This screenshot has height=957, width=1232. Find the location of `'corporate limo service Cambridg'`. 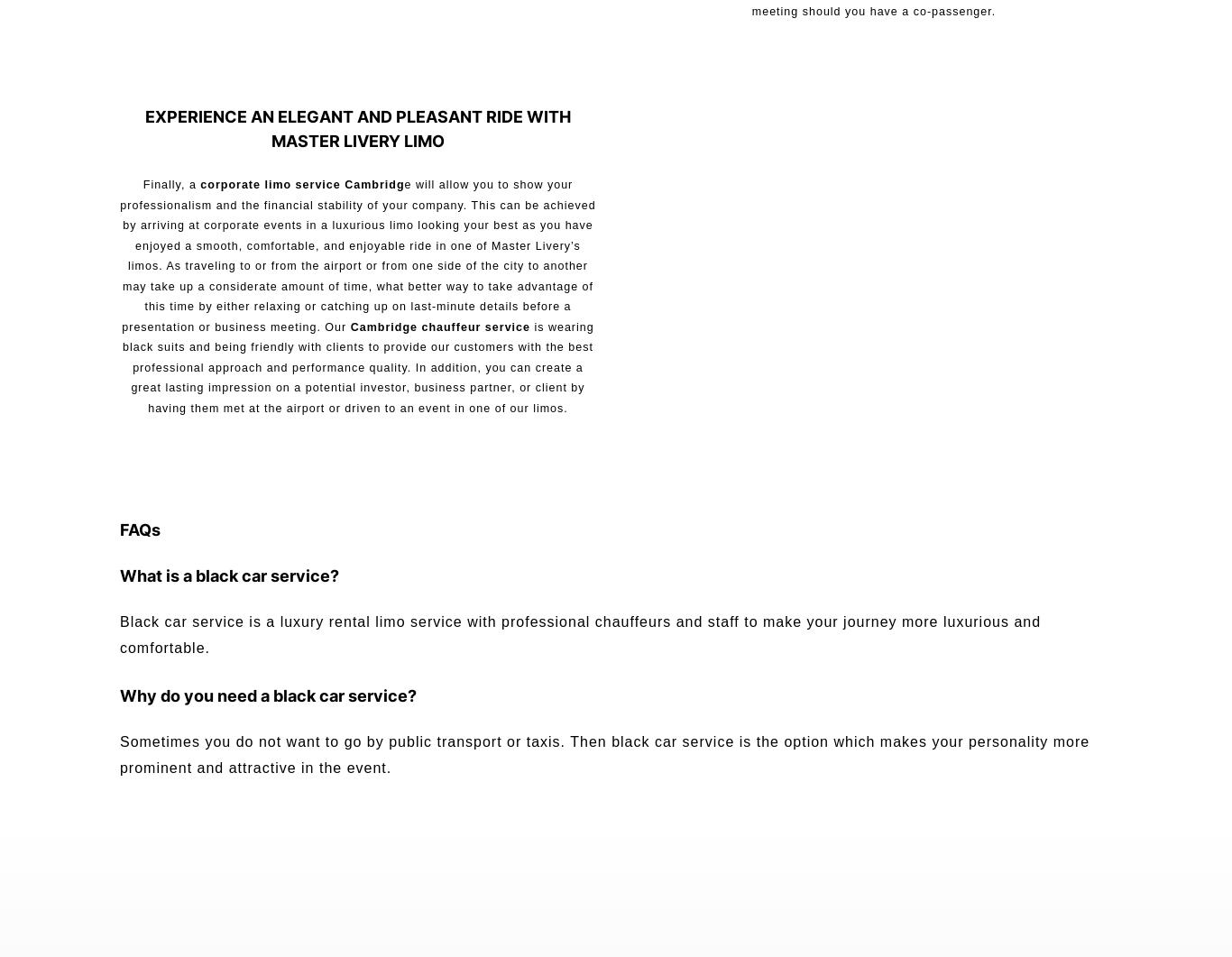

'corporate limo service Cambridg' is located at coordinates (299, 183).